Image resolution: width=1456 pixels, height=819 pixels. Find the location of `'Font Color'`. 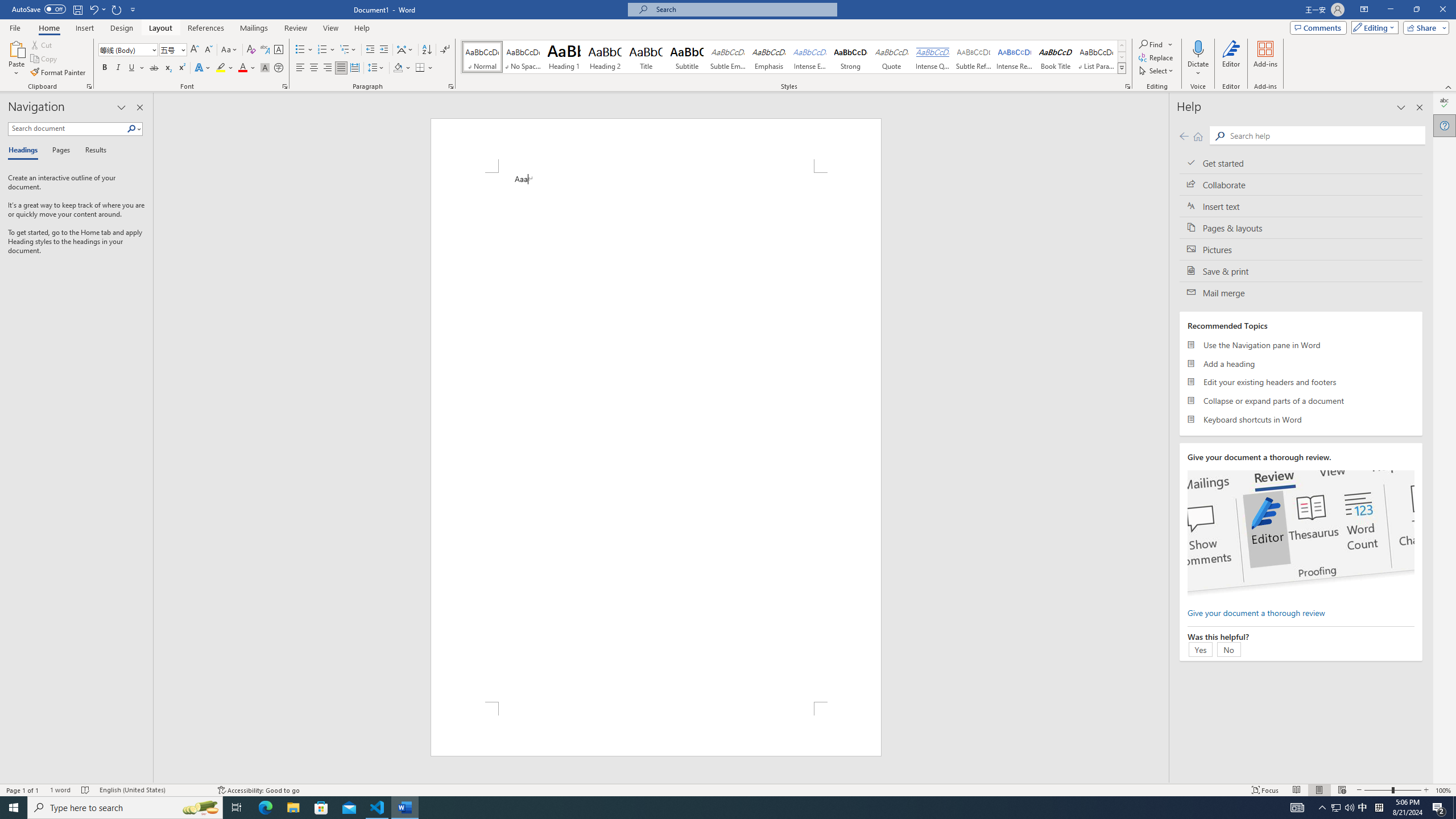

'Font Color' is located at coordinates (246, 67).